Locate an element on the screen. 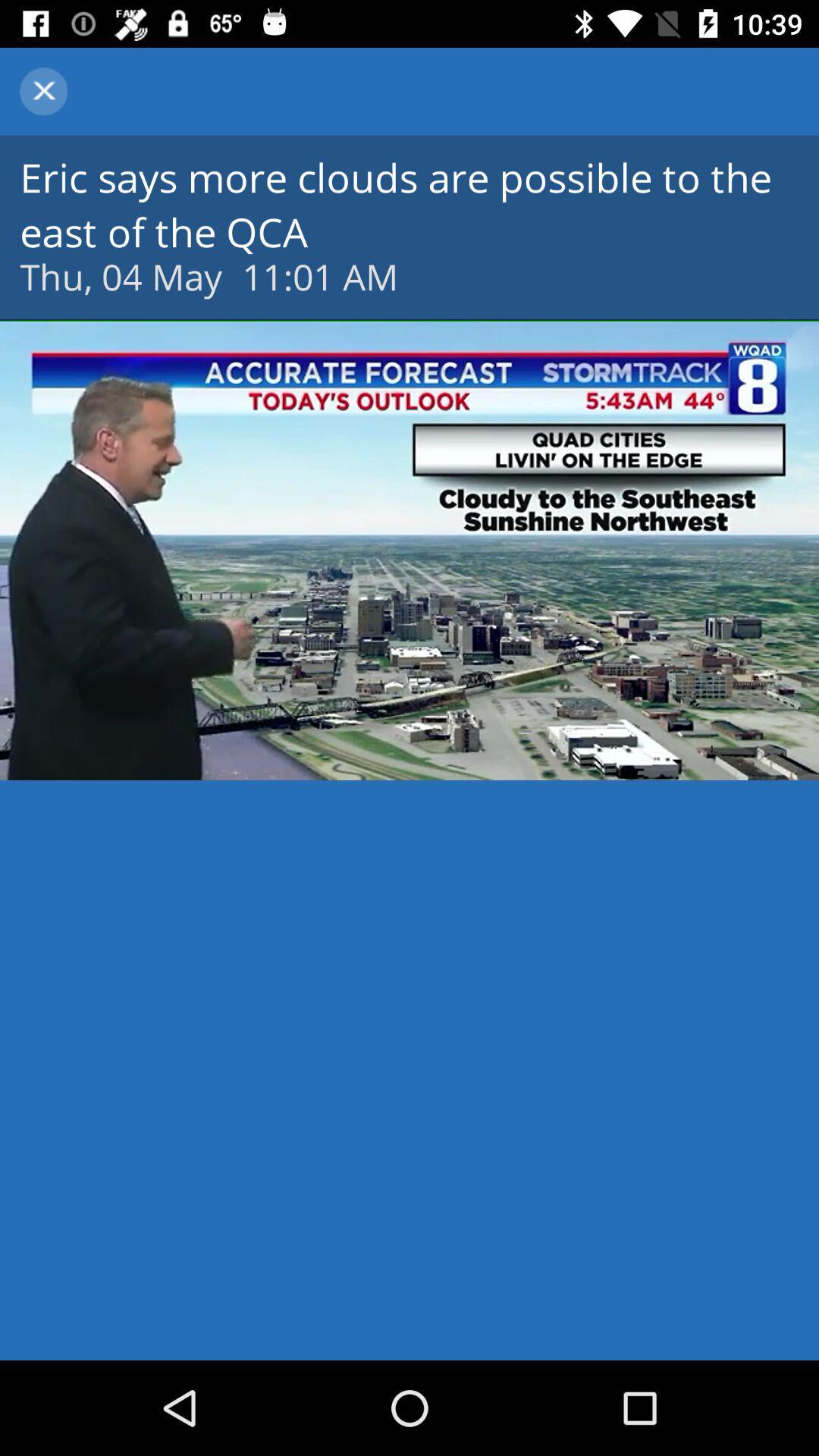 The image size is (819, 1456). the close icon is located at coordinates (42, 90).